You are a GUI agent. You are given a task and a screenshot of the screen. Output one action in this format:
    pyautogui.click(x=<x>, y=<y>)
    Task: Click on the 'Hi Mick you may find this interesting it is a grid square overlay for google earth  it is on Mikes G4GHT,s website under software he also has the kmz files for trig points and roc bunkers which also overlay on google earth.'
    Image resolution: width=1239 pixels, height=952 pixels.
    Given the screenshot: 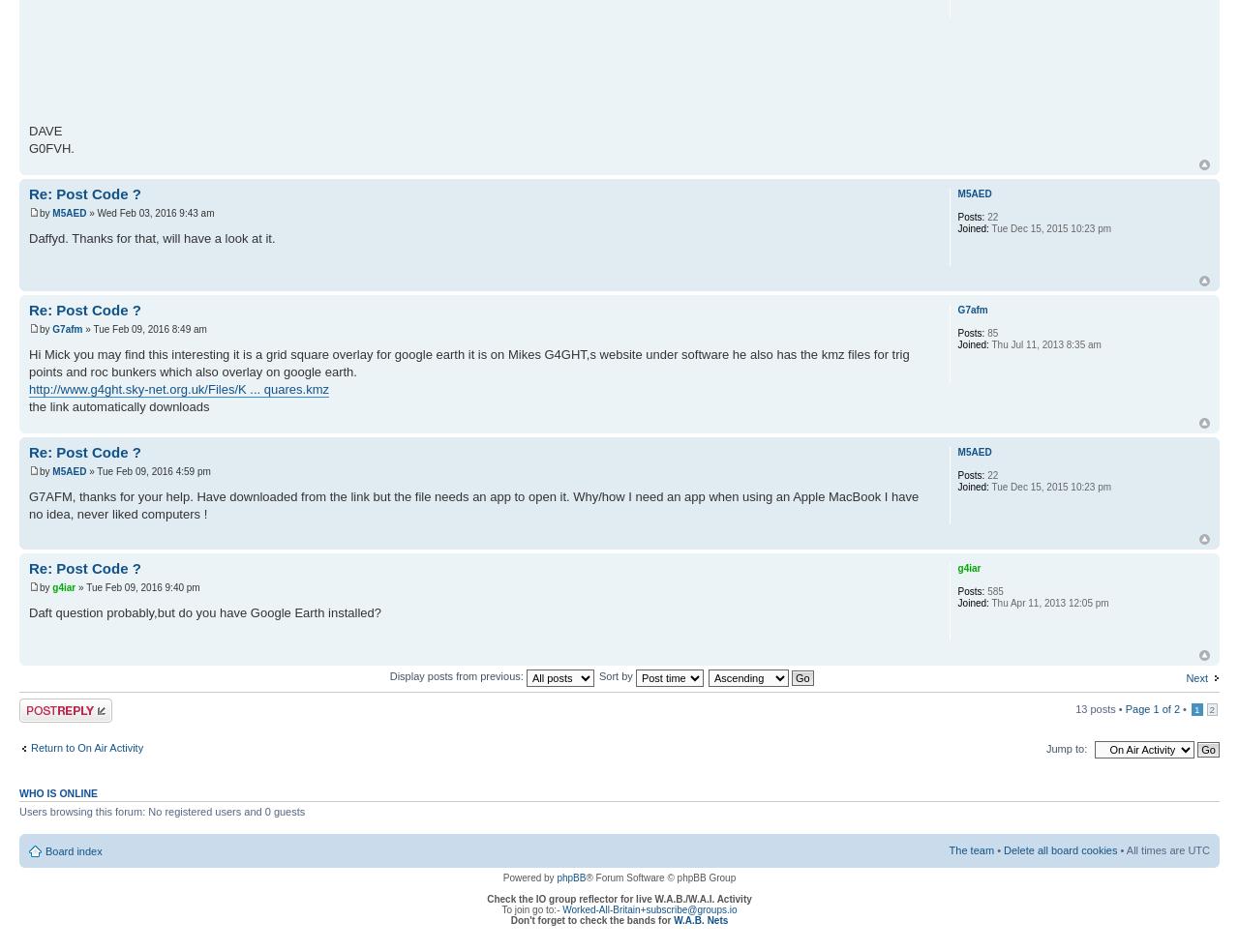 What is the action you would take?
    pyautogui.click(x=468, y=362)
    